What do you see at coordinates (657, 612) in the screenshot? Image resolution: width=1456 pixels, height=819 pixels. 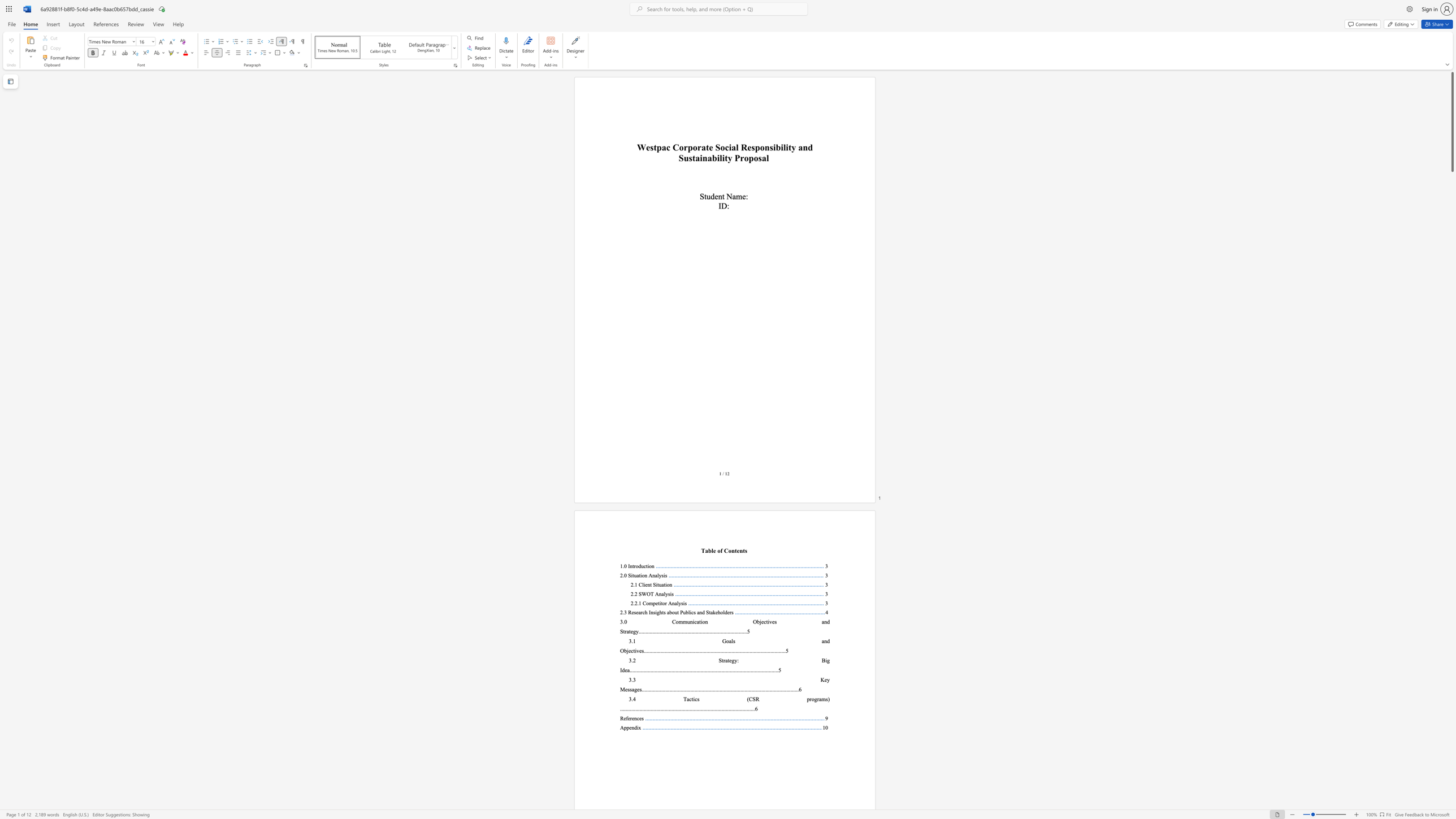 I see `the 1th character "g" in the text` at bounding box center [657, 612].